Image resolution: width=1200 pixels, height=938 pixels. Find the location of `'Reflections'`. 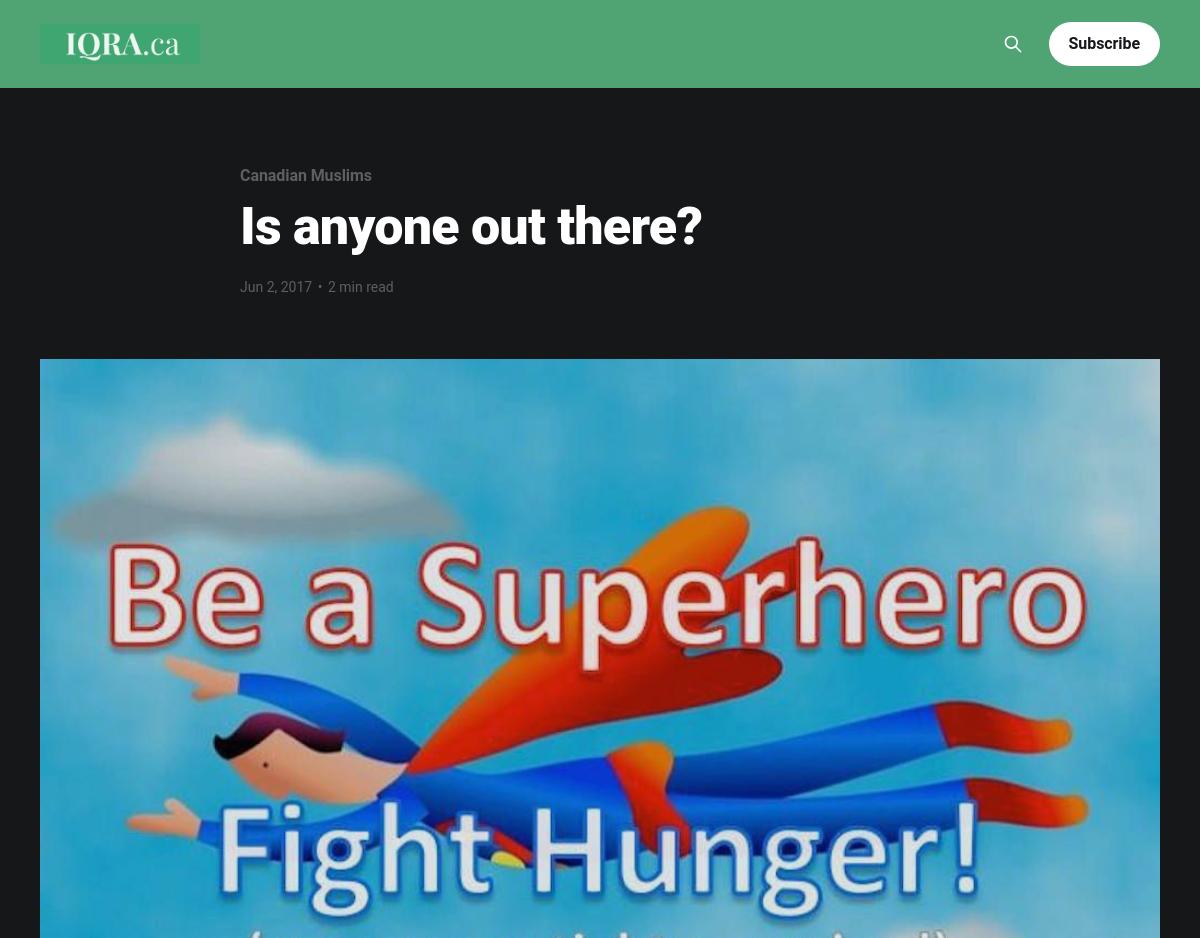

'Reflections' is located at coordinates (517, 14).